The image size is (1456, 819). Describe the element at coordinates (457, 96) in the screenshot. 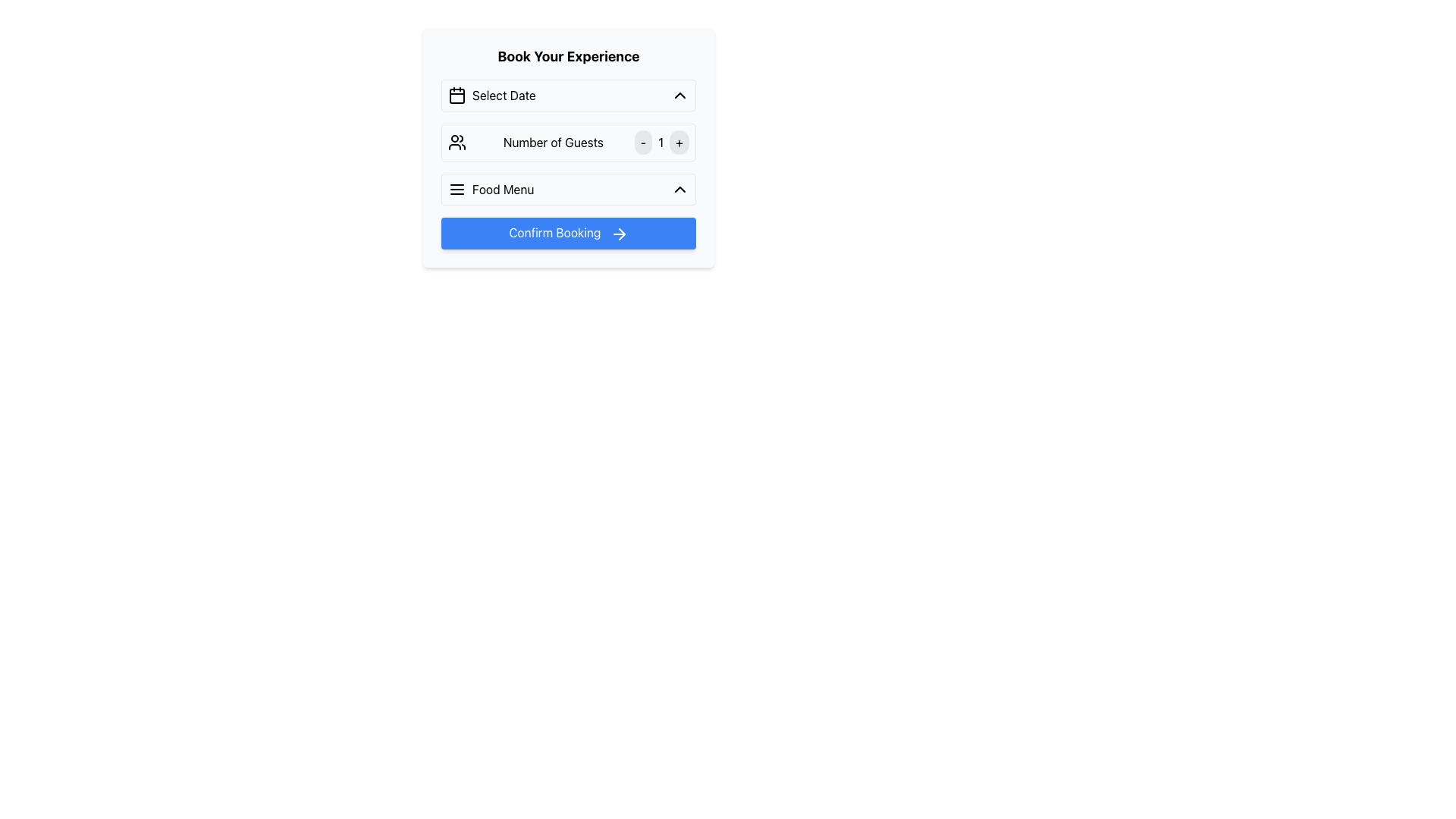

I see `the rectangular decorative graphic element that is part of the calendar icon in the booking form, positioned to the left of the 'Select Date' label` at that location.